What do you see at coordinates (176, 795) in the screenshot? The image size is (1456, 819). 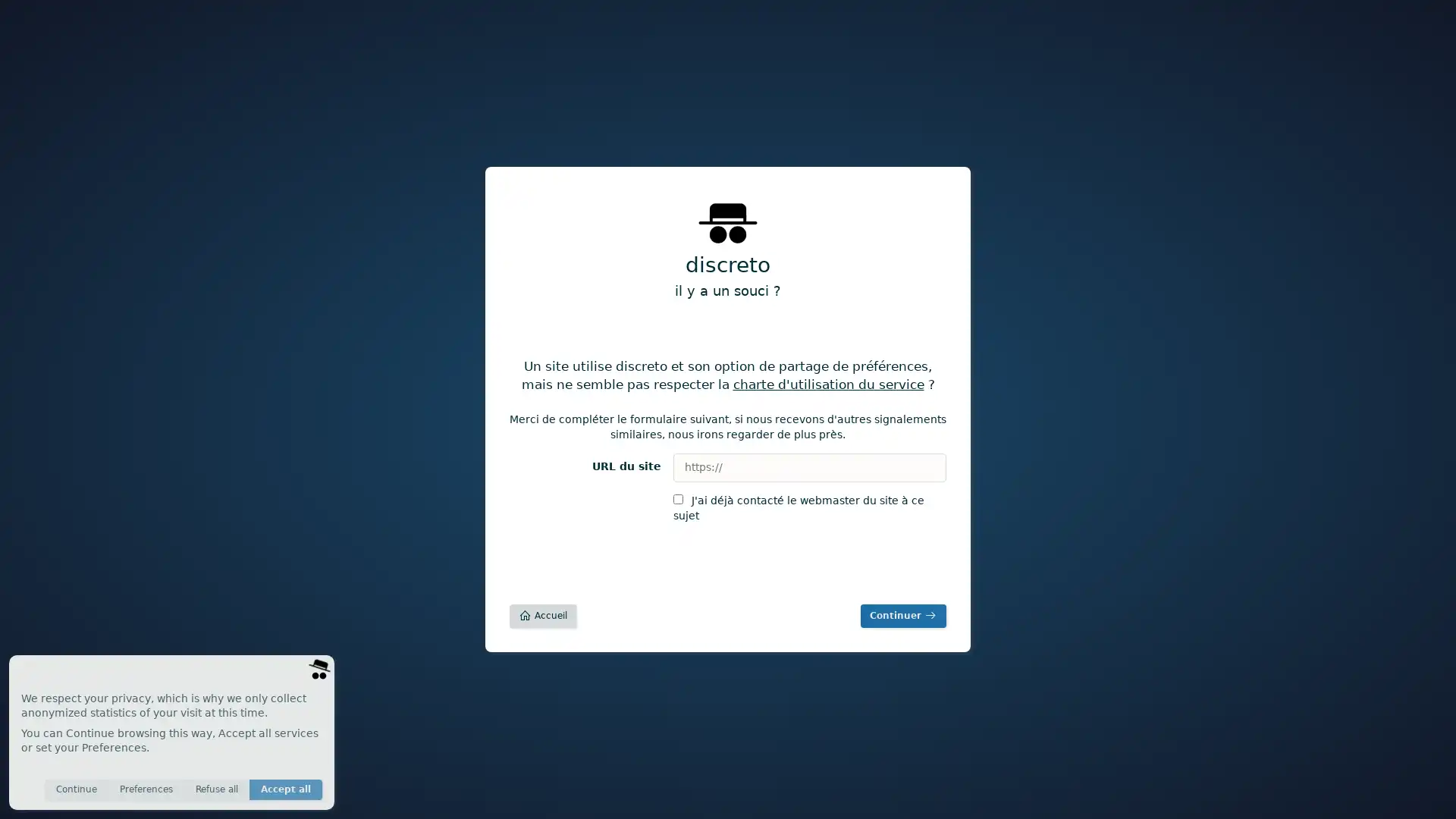 I see `Anonymous` at bounding box center [176, 795].